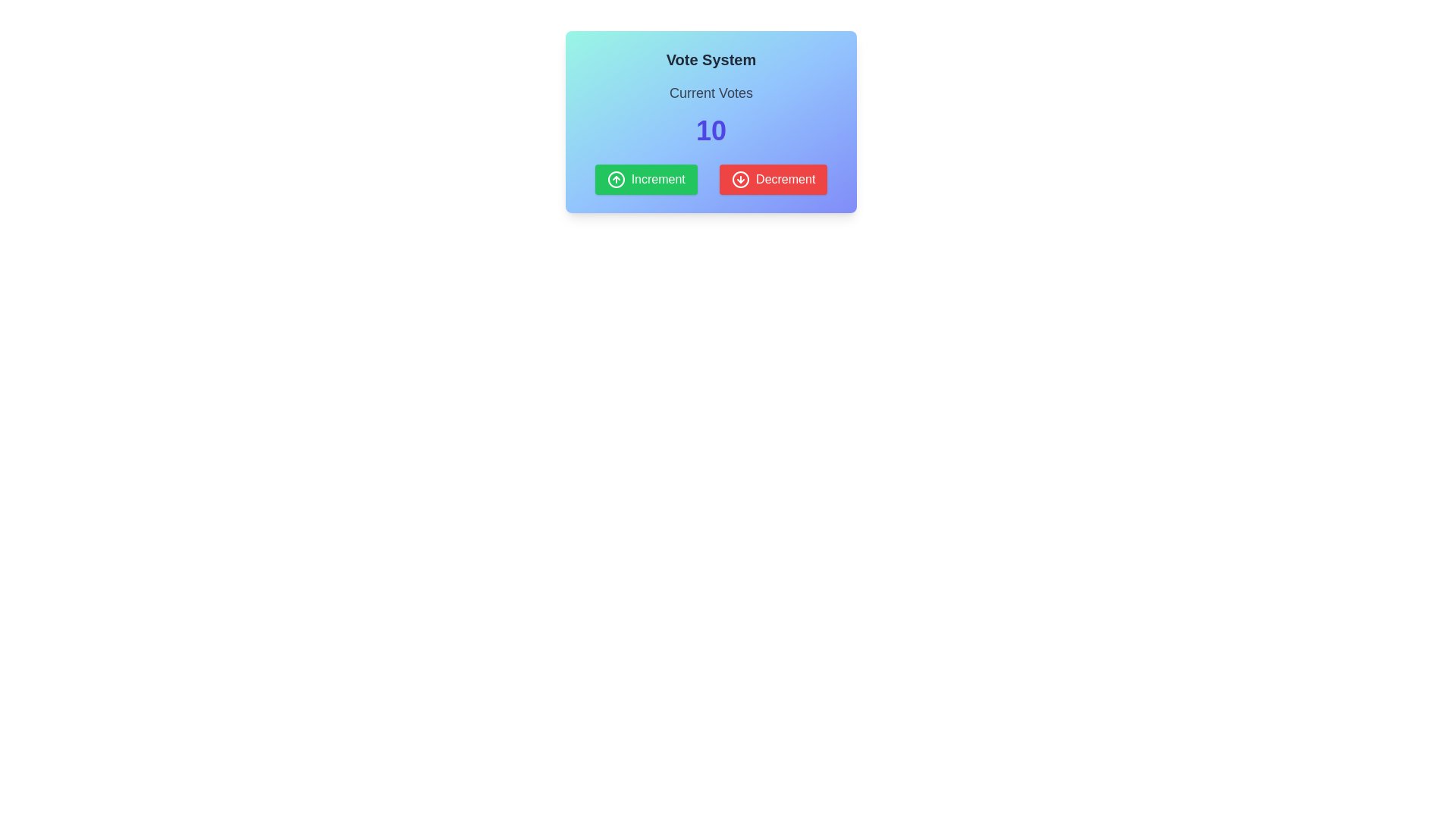 The image size is (1456, 819). What do you see at coordinates (710, 58) in the screenshot?
I see `text heading 'Vote System' which is styled as bold and centered with a large font size in dark gray on a gradient background` at bounding box center [710, 58].